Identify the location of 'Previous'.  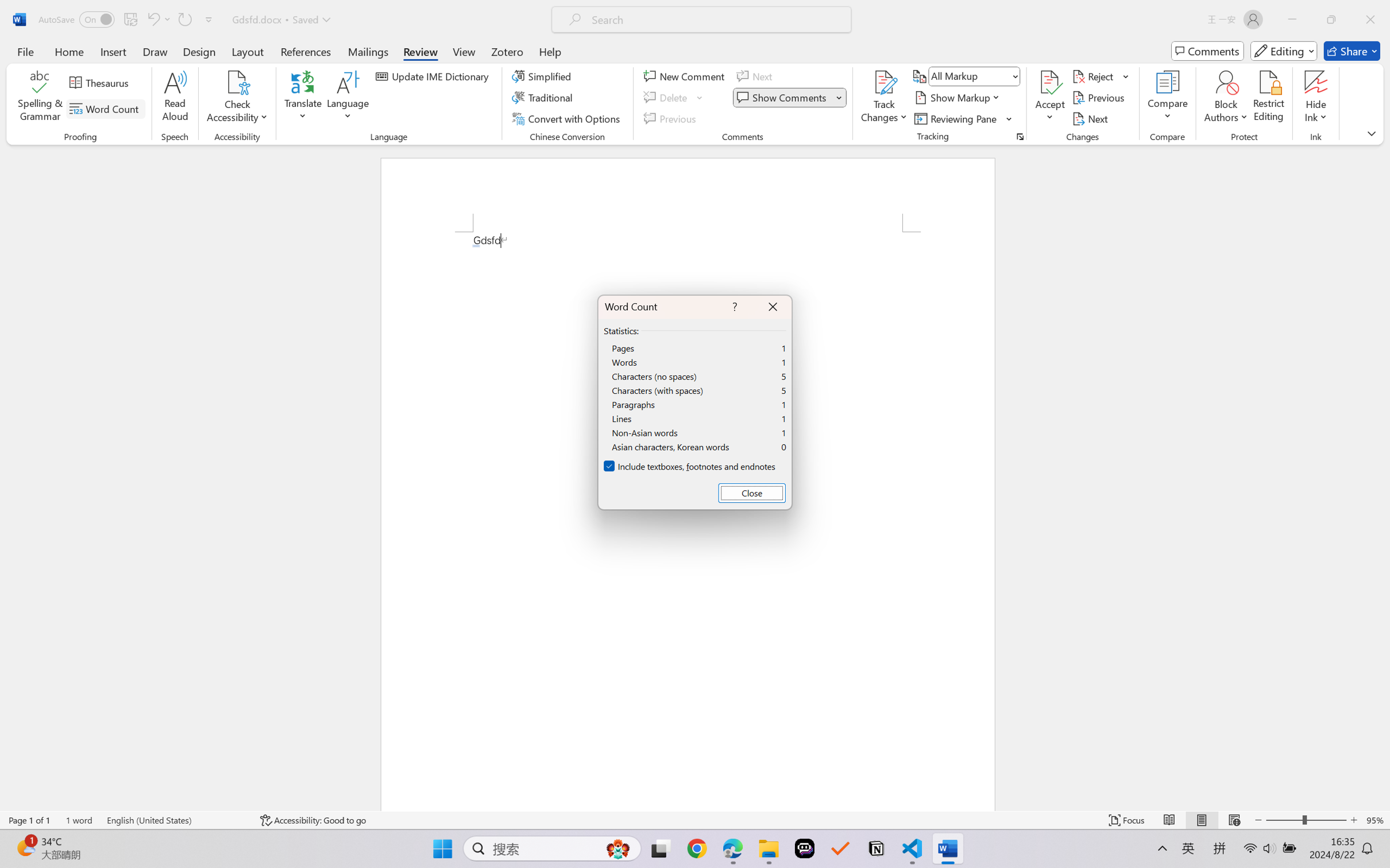
(1099, 98).